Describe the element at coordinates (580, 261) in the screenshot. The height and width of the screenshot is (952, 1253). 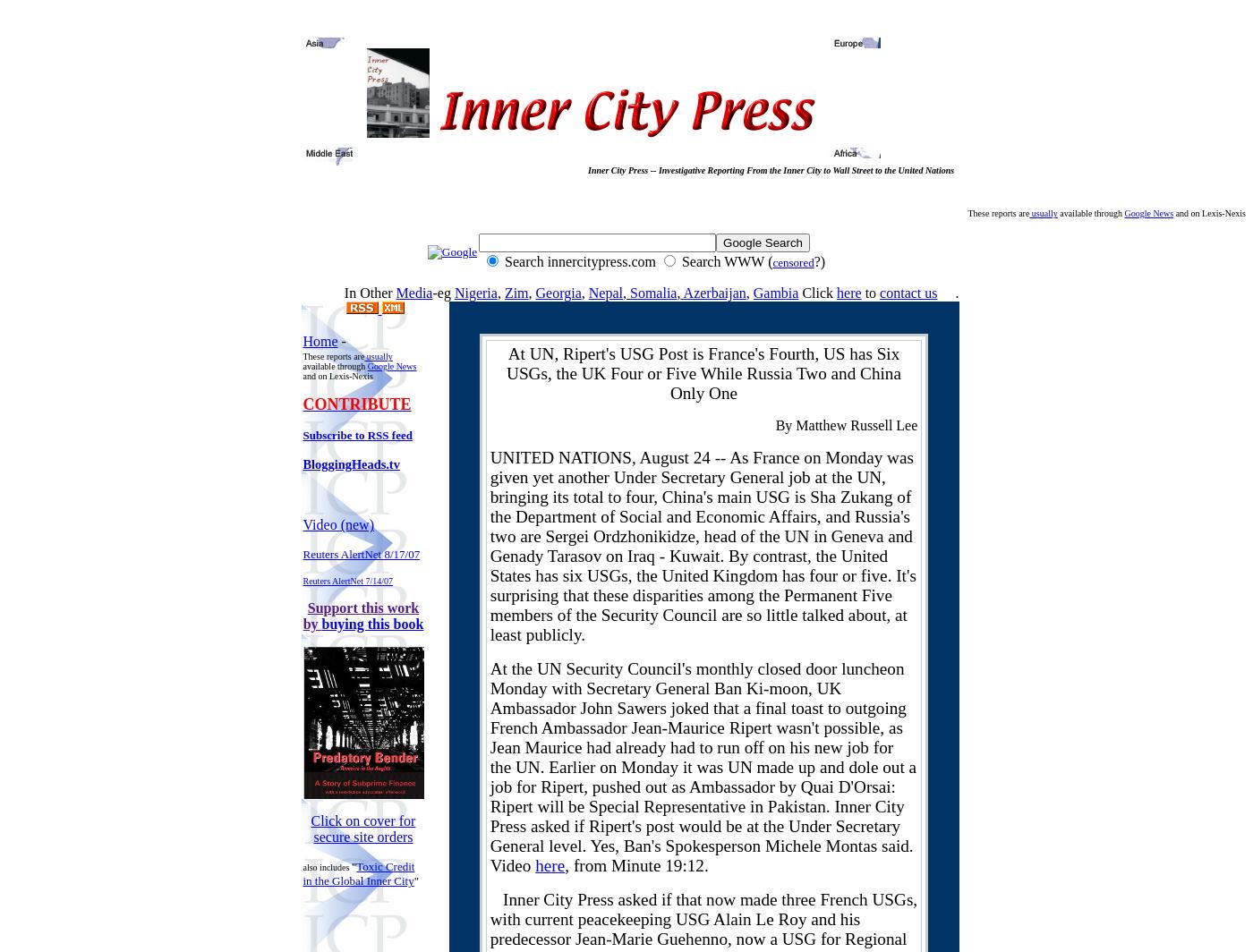
I see `'Search innercitypress.com'` at that location.